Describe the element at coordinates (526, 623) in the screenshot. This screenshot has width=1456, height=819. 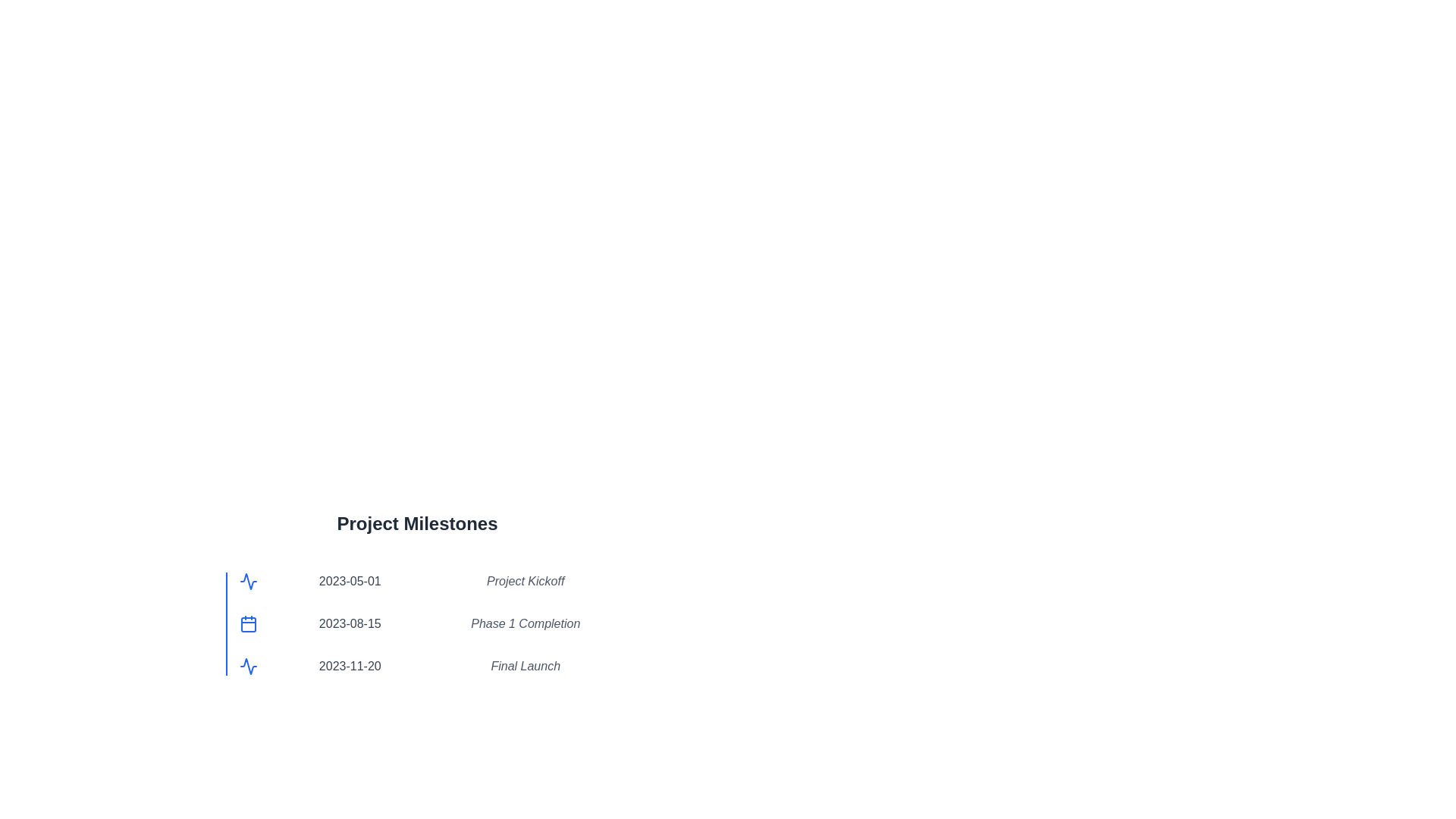
I see `the text label titled 'Phase 1 Completion', which is the second milestone description in a vertical list and is horizontally aligned with the date '2023-08-15'` at that location.